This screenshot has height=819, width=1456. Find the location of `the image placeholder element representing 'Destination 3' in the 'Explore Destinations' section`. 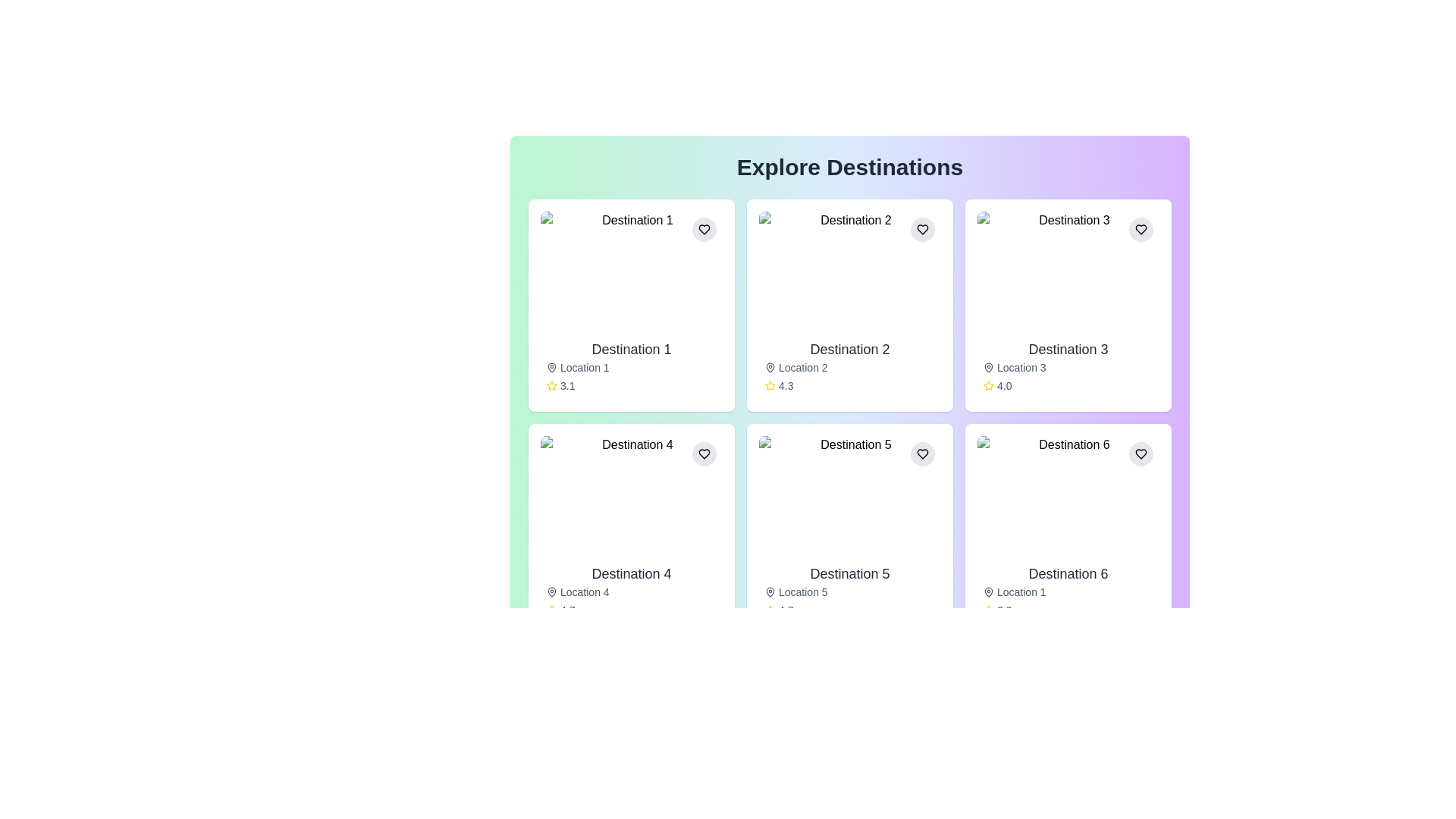

the image placeholder element representing 'Destination 3' in the 'Explore Destinations' section is located at coordinates (1068, 271).